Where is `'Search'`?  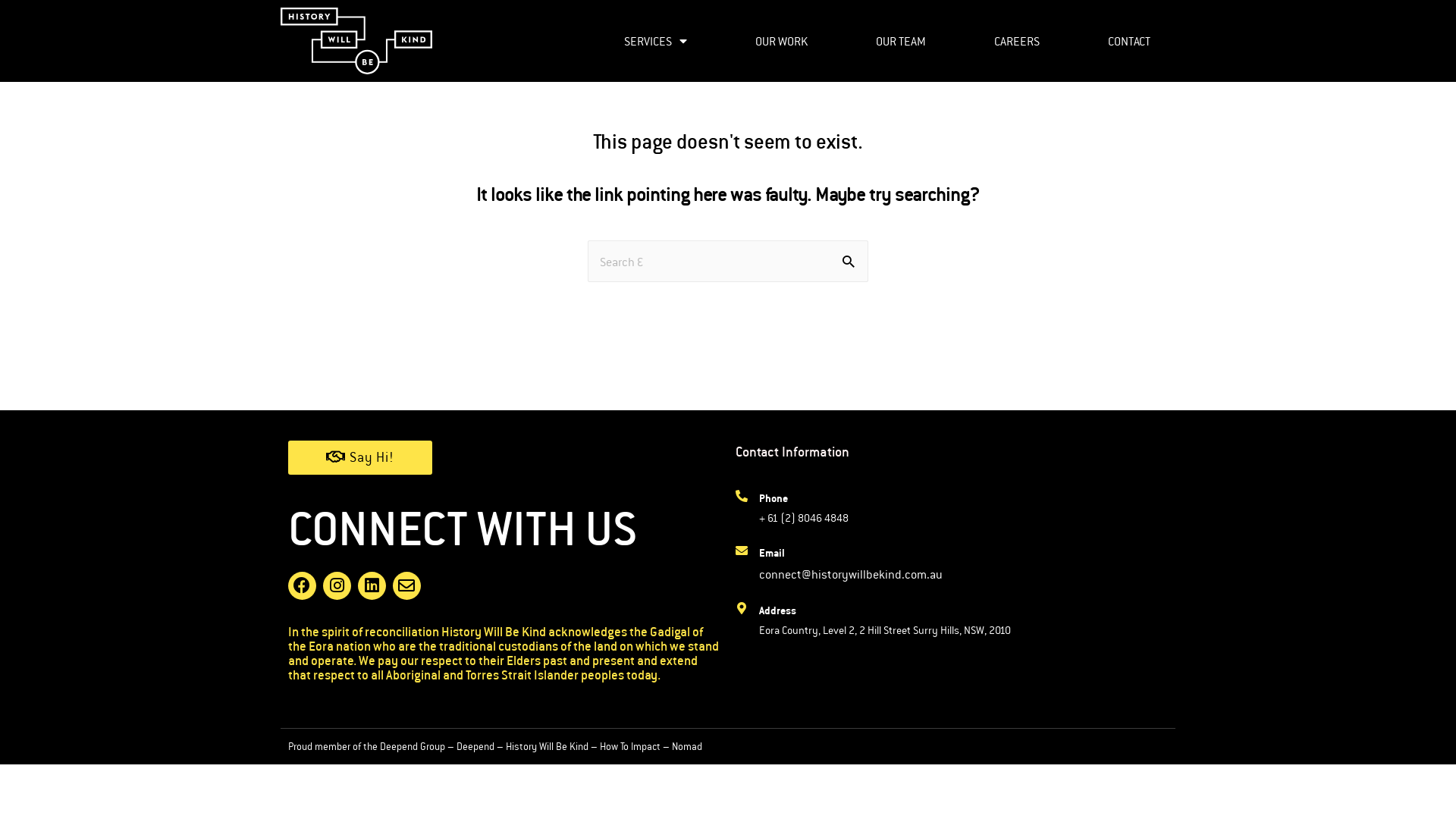
'Search' is located at coordinates (851, 262).